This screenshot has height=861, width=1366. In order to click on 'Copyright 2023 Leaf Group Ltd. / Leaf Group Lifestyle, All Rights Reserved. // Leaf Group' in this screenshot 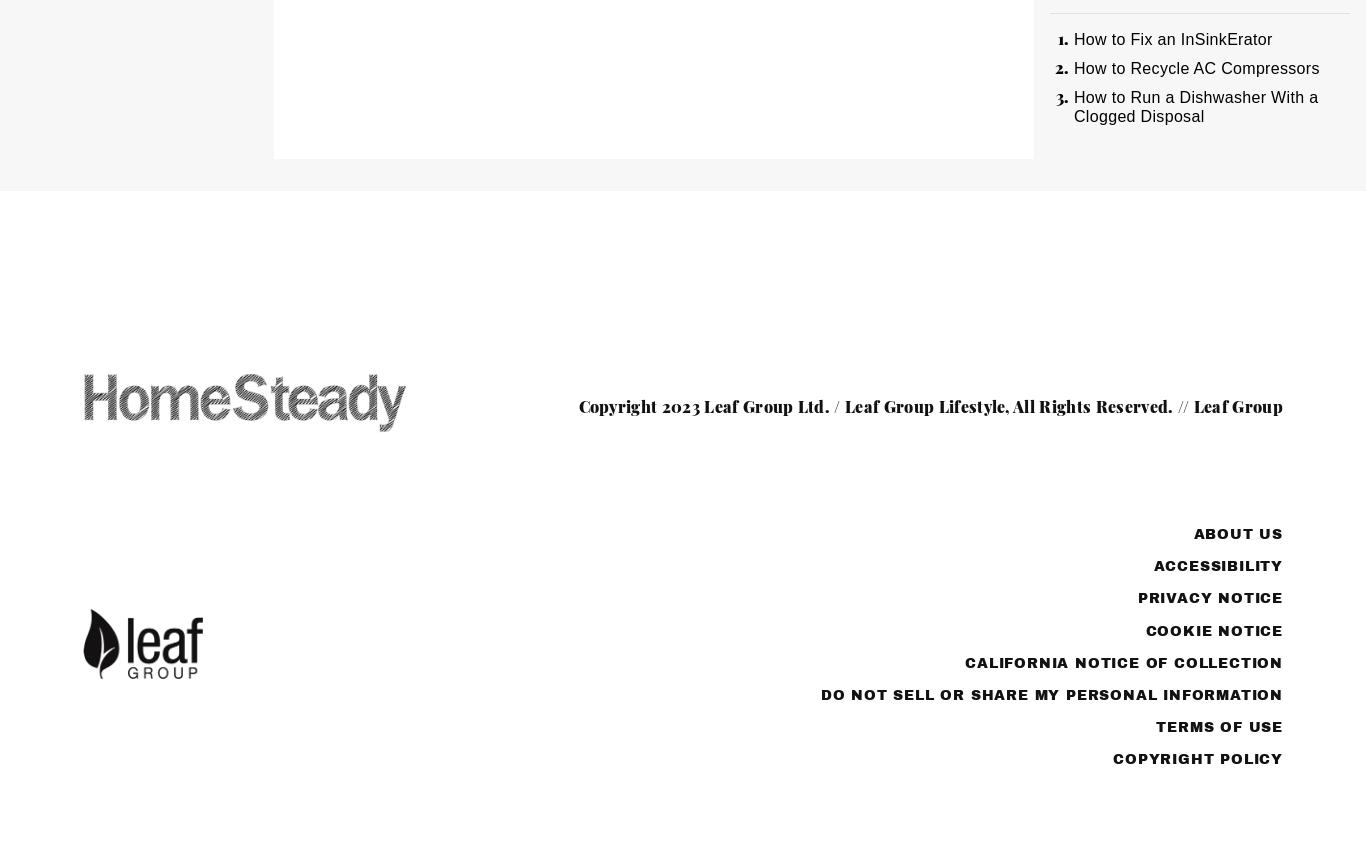, I will do `click(930, 405)`.